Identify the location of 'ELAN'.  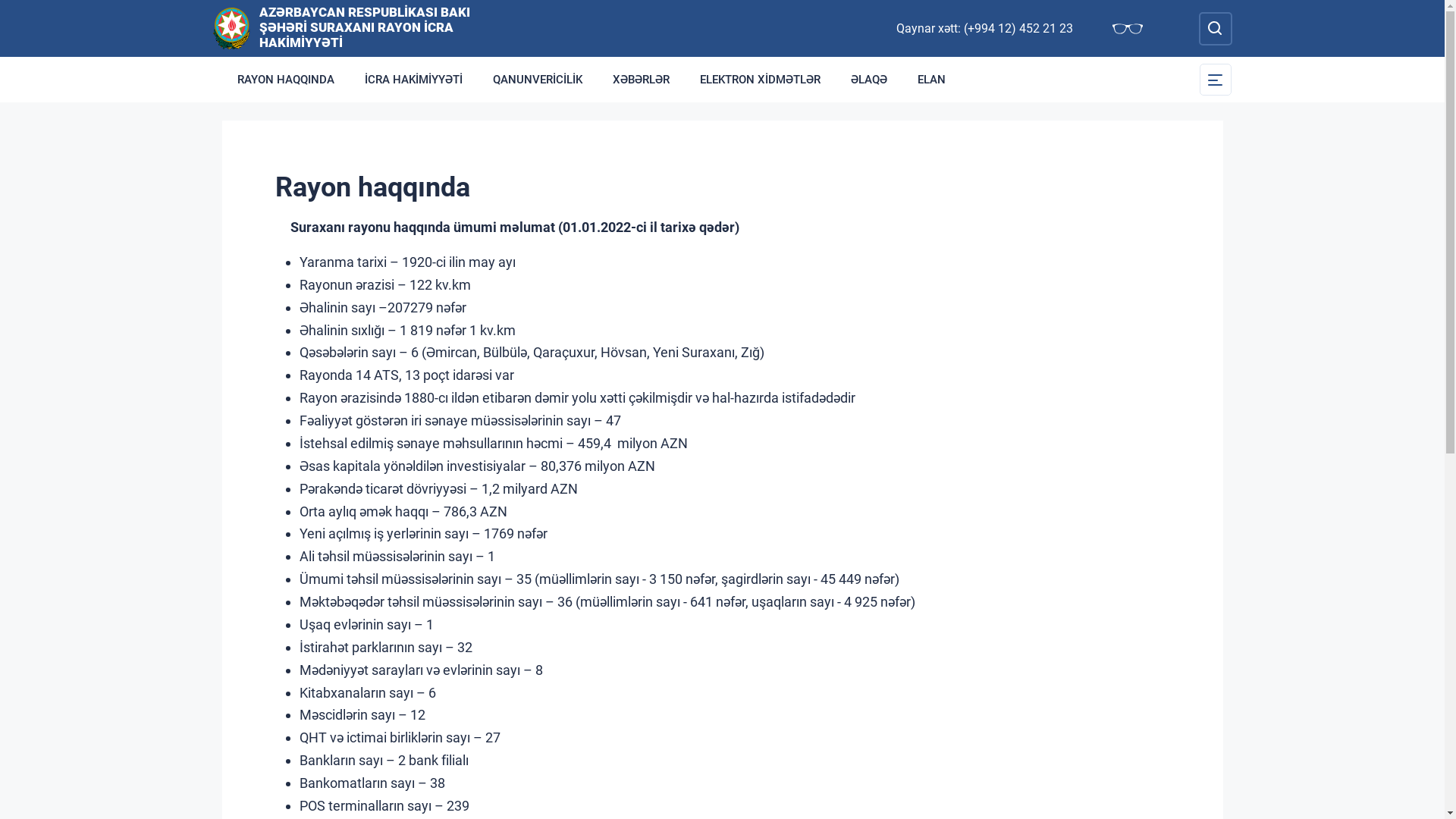
(930, 79).